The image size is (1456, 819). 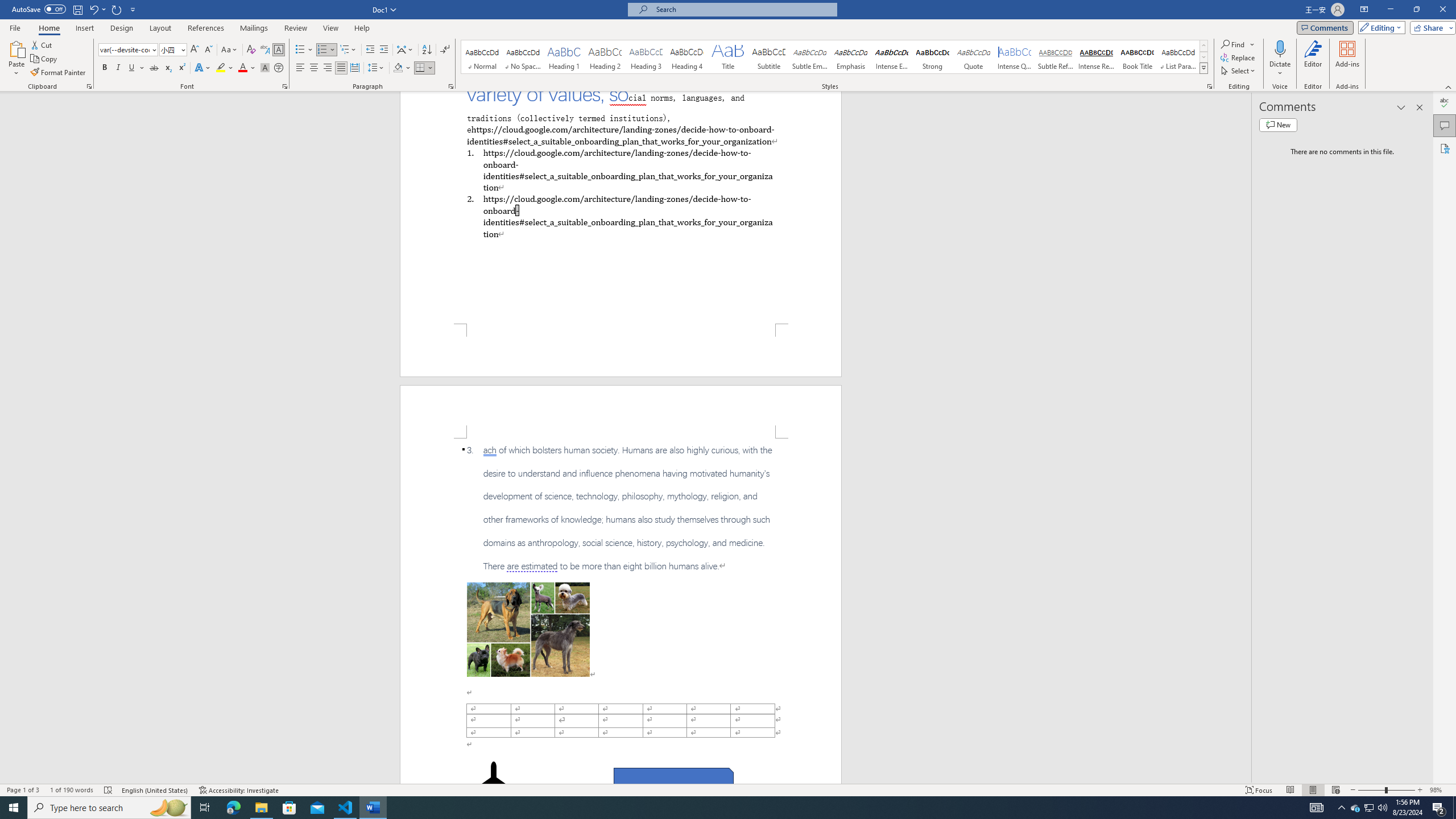 I want to click on 'Share', so click(x=1430, y=27).